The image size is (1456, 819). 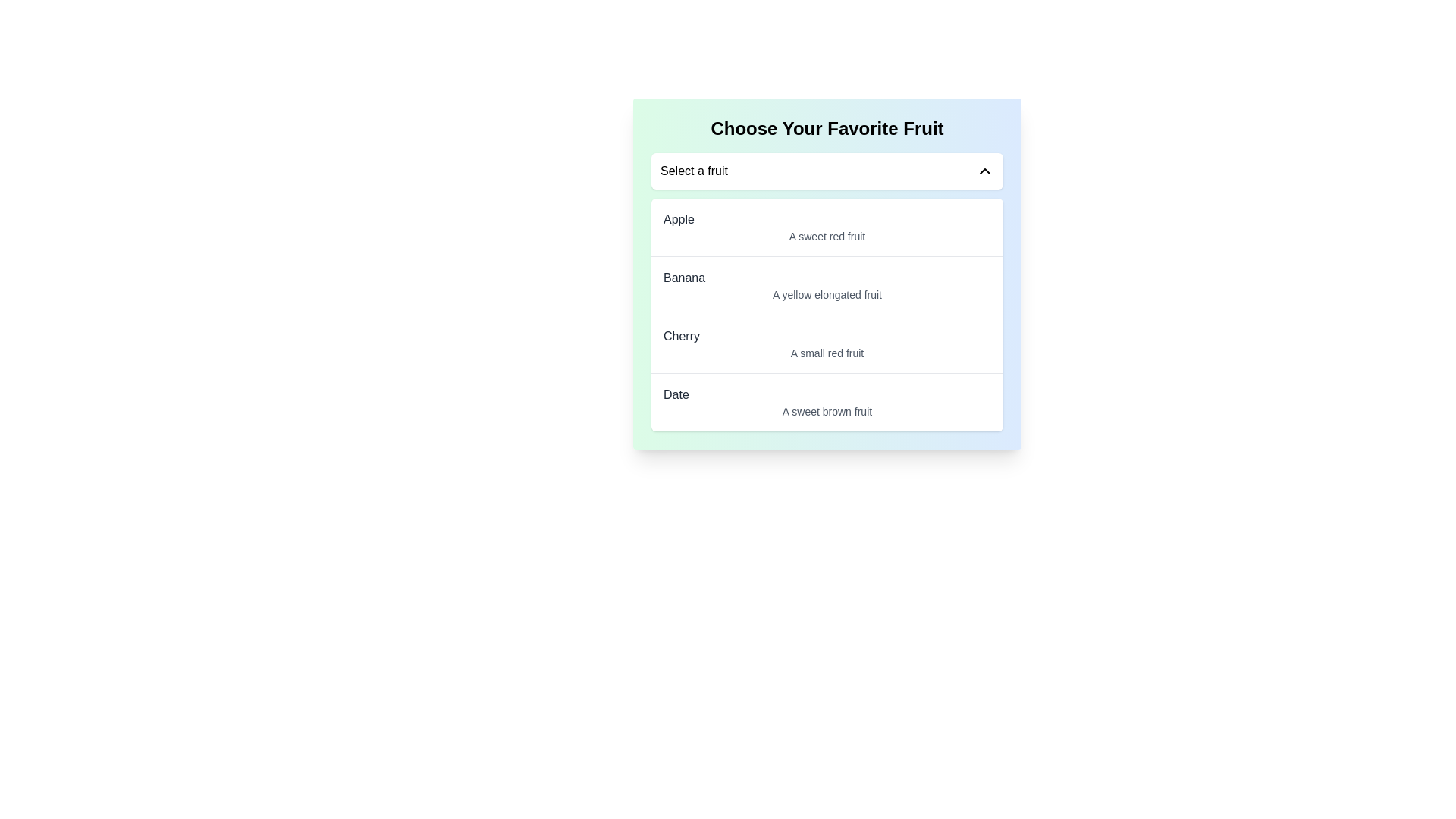 What do you see at coordinates (826, 412) in the screenshot?
I see `description text label that states 'A sweet brown fruit', which is located below the 'Date' option in the dropdown menu` at bounding box center [826, 412].